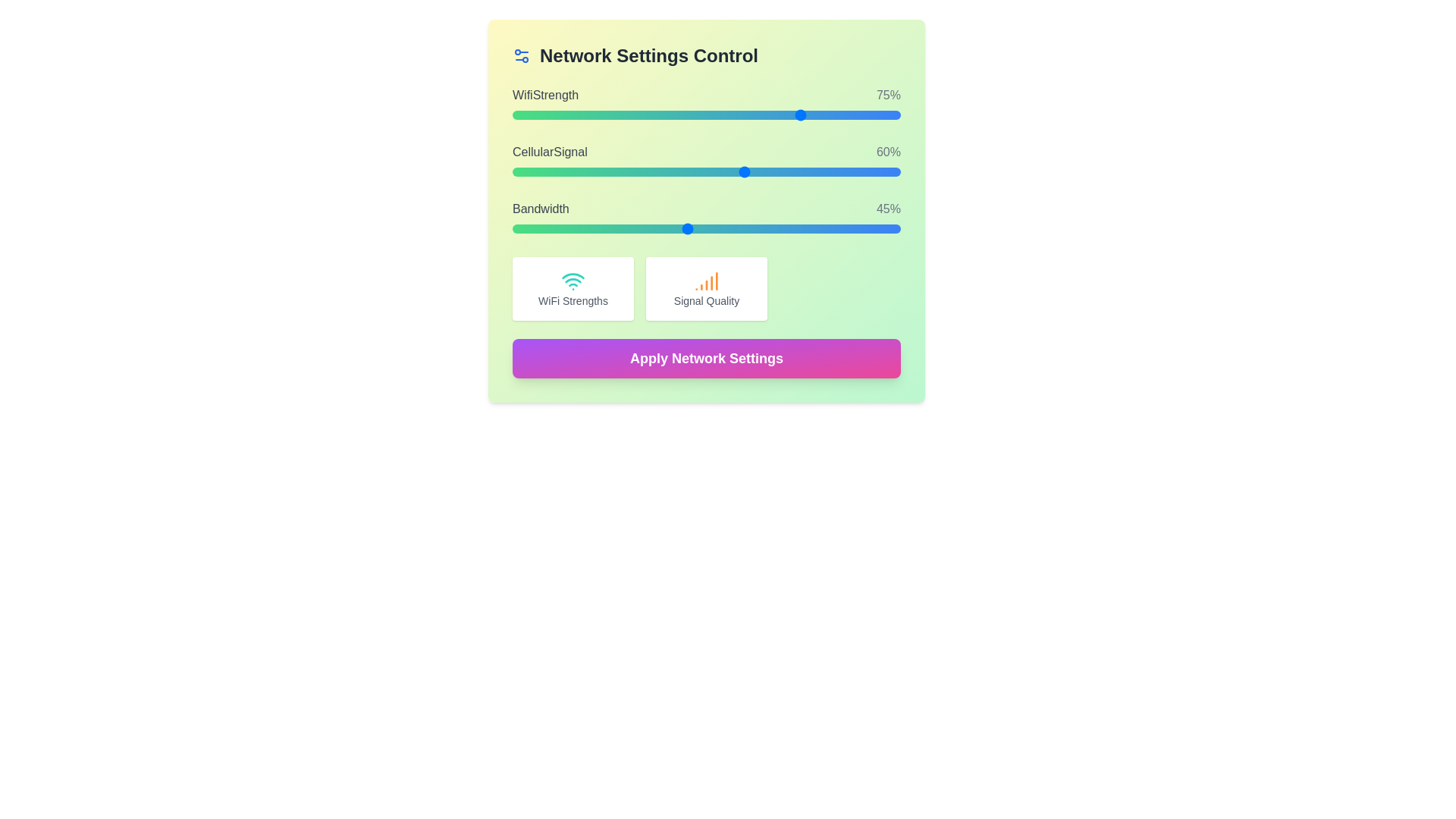 The height and width of the screenshot is (819, 1456). What do you see at coordinates (664, 228) in the screenshot?
I see `the bandwidth slider` at bounding box center [664, 228].